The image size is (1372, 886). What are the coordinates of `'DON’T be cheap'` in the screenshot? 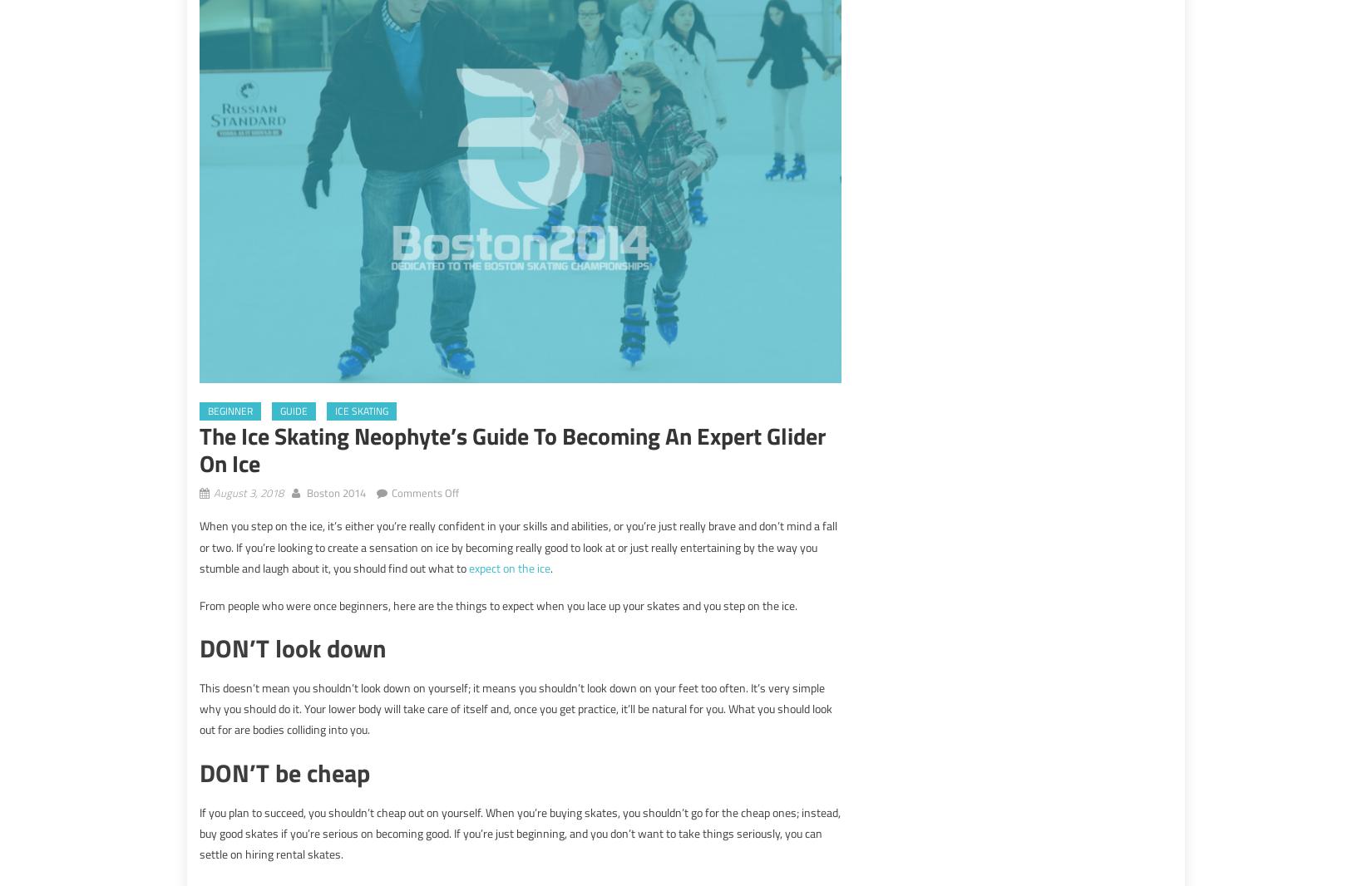 It's located at (284, 772).